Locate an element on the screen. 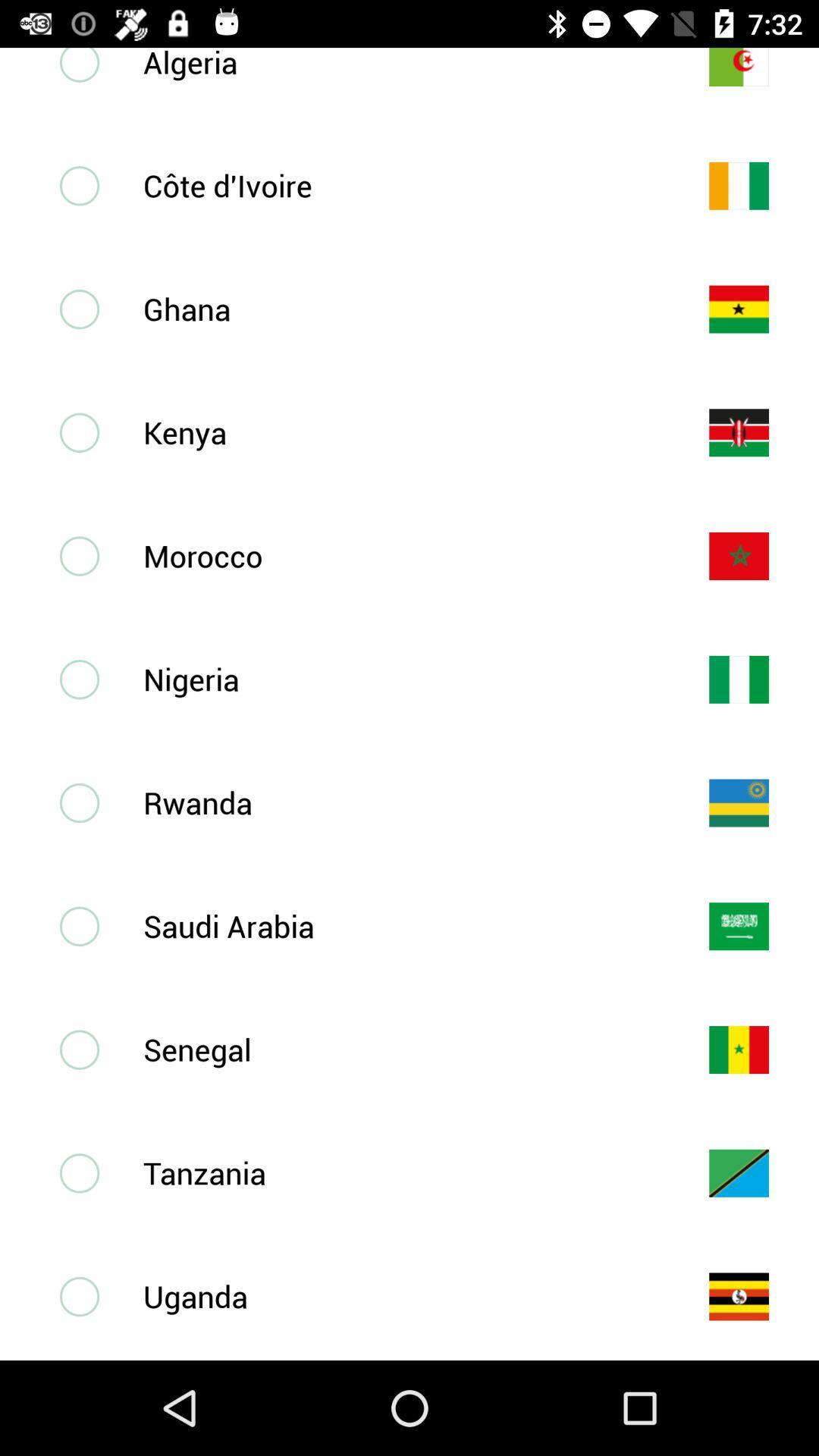 Image resolution: width=819 pixels, height=1456 pixels. the senegal is located at coordinates (400, 1049).